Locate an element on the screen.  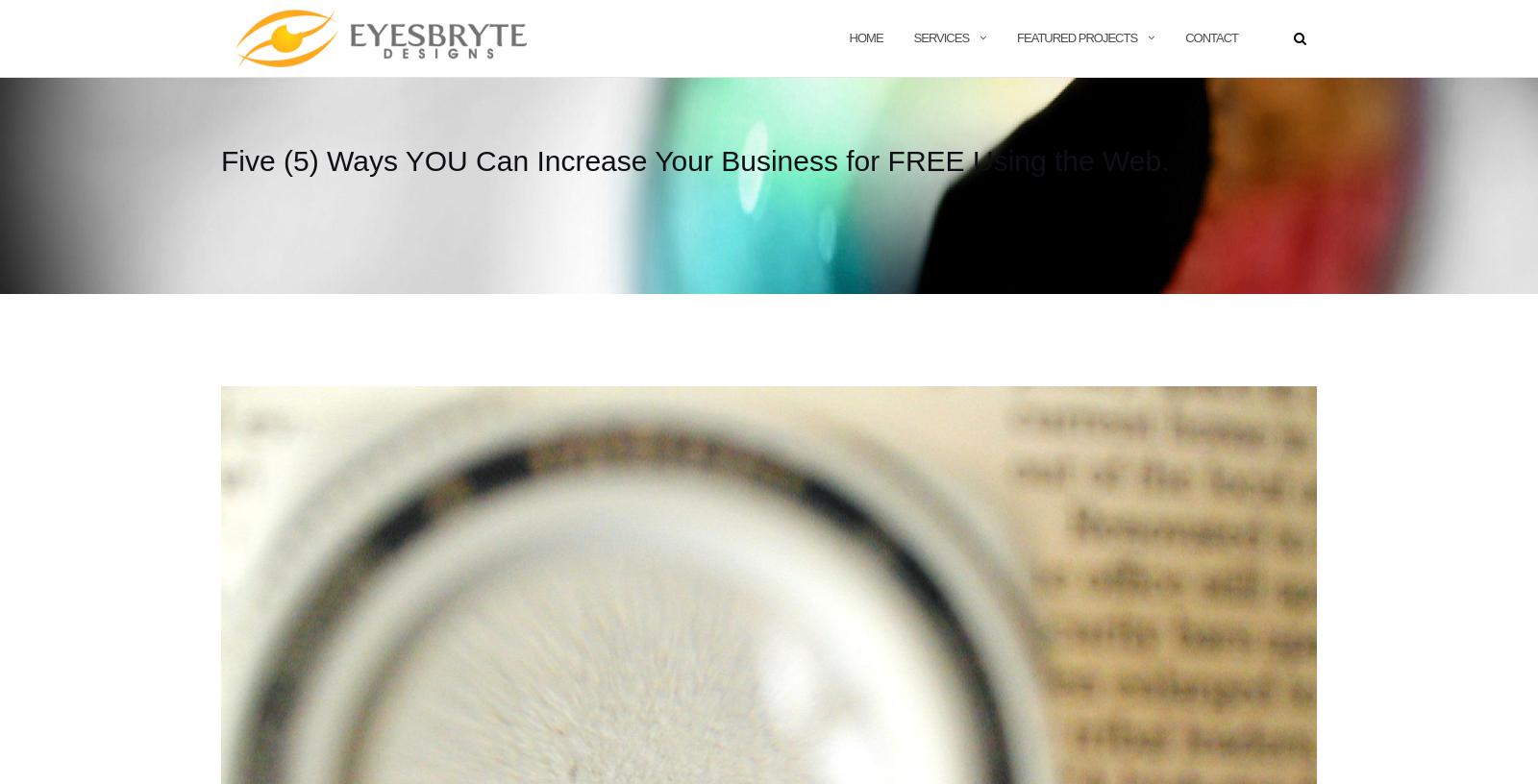
'Featured Projects' is located at coordinates (1077, 36).